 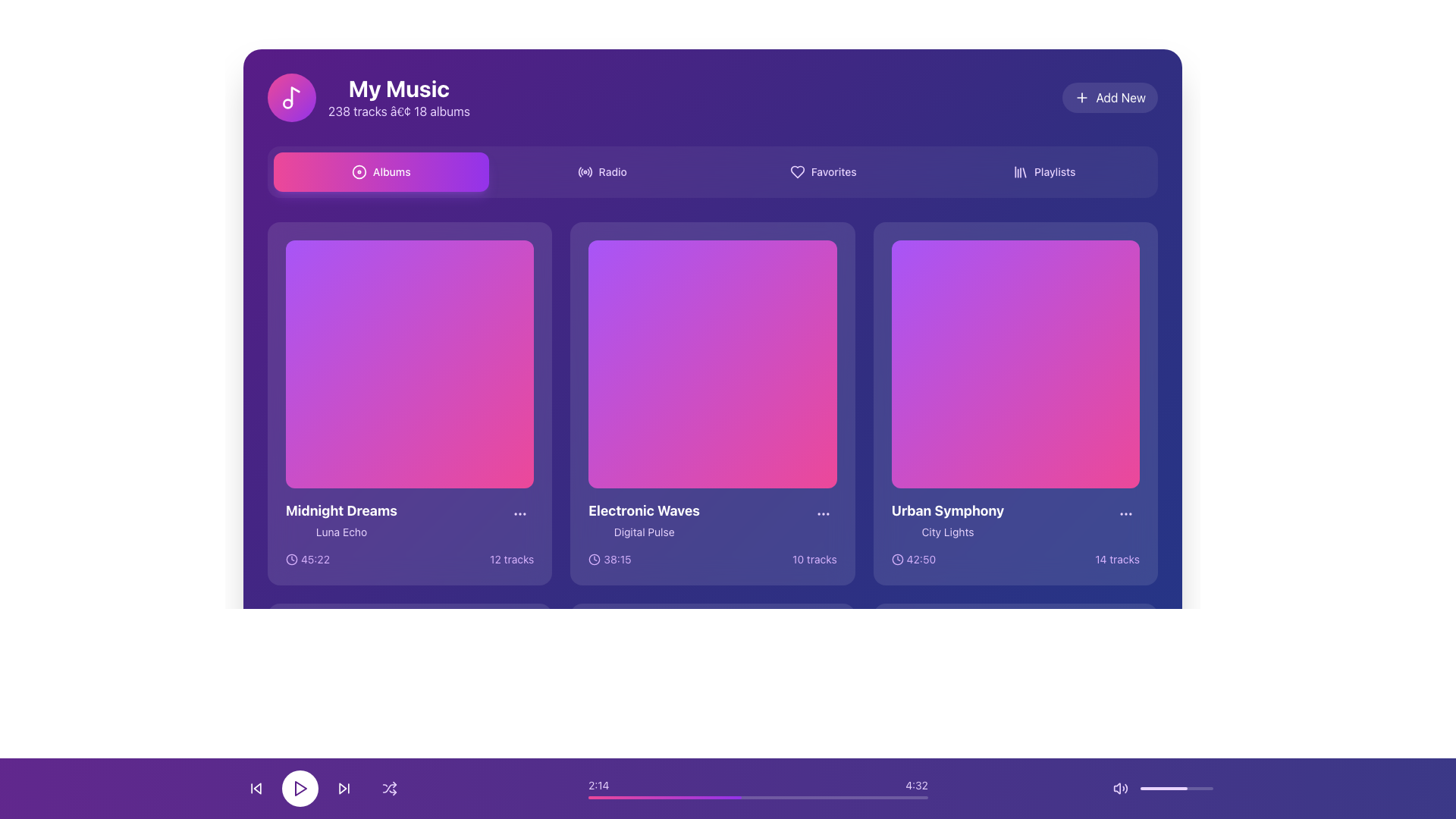 What do you see at coordinates (512, 560) in the screenshot?
I see `the text label indicating the number of tracks available in the album or playlist, located at the bottom right corner of the 'Midnight Dreams' album tile` at bounding box center [512, 560].